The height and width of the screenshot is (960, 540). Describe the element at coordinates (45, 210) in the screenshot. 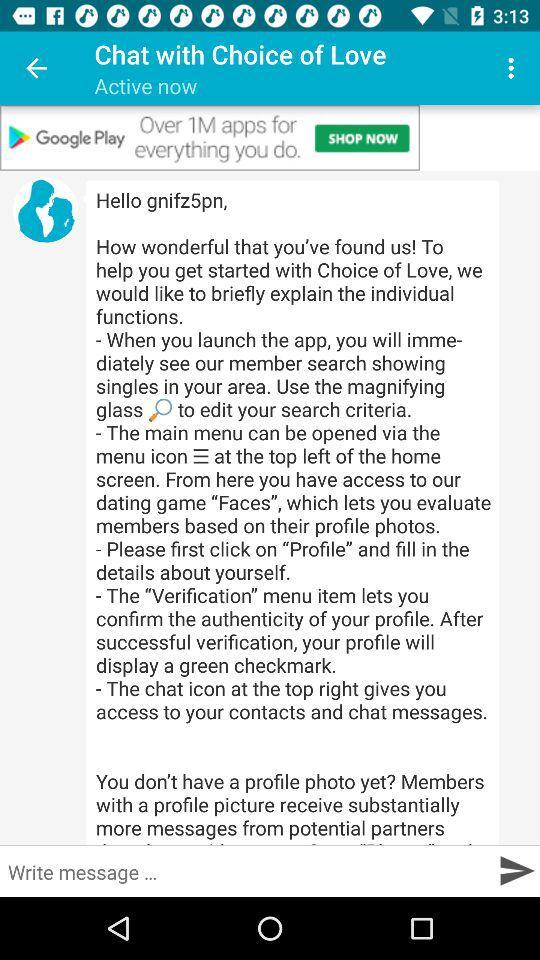

I see `logo of sender` at that location.